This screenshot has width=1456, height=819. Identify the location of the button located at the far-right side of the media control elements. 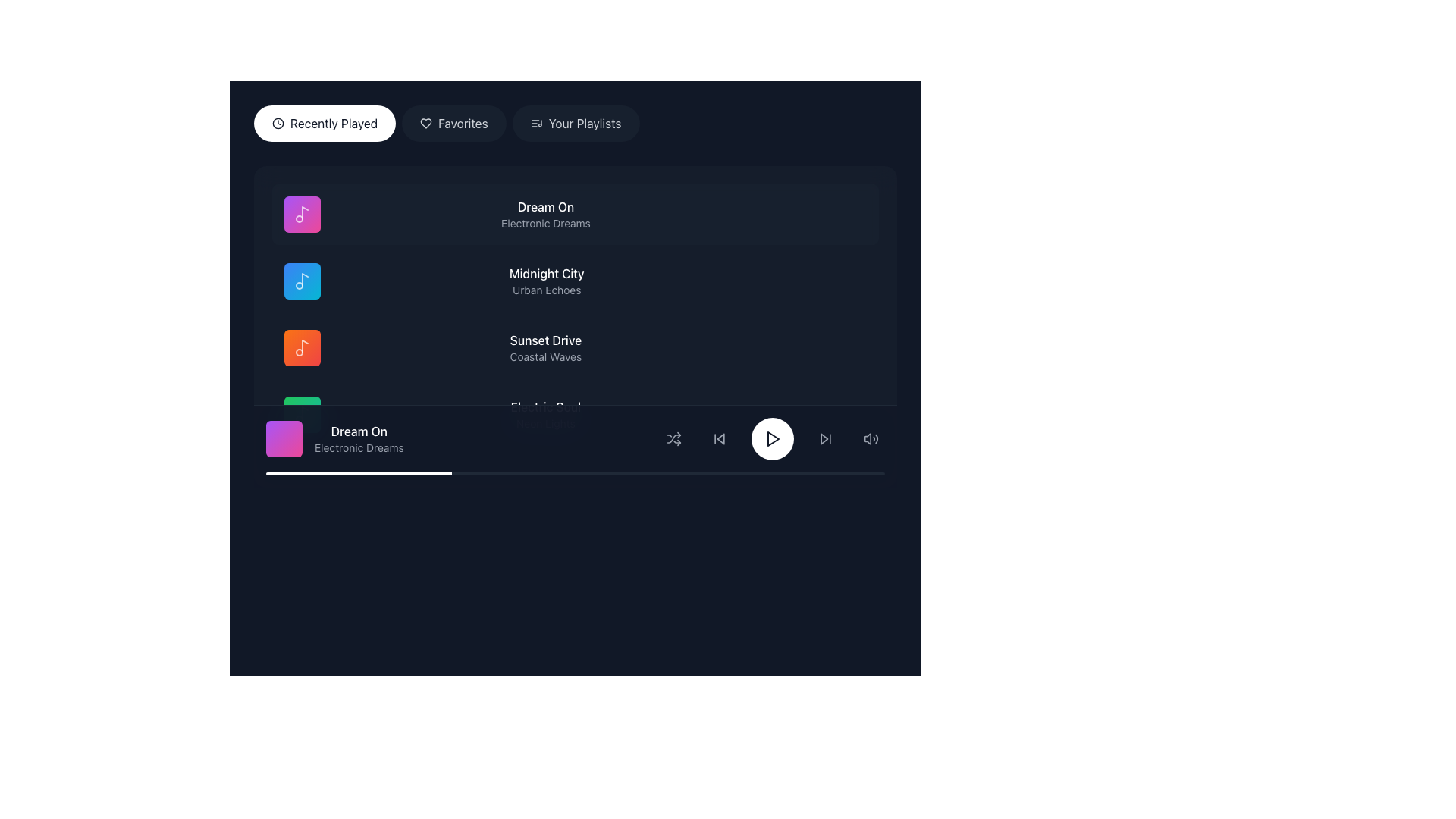
(855, 415).